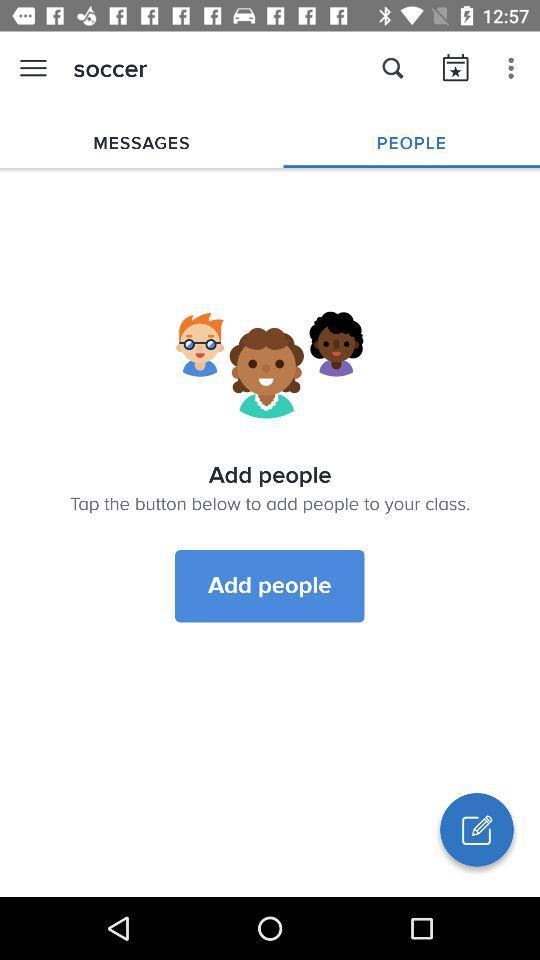 The width and height of the screenshot is (540, 960). Describe the element at coordinates (475, 829) in the screenshot. I see `post` at that location.